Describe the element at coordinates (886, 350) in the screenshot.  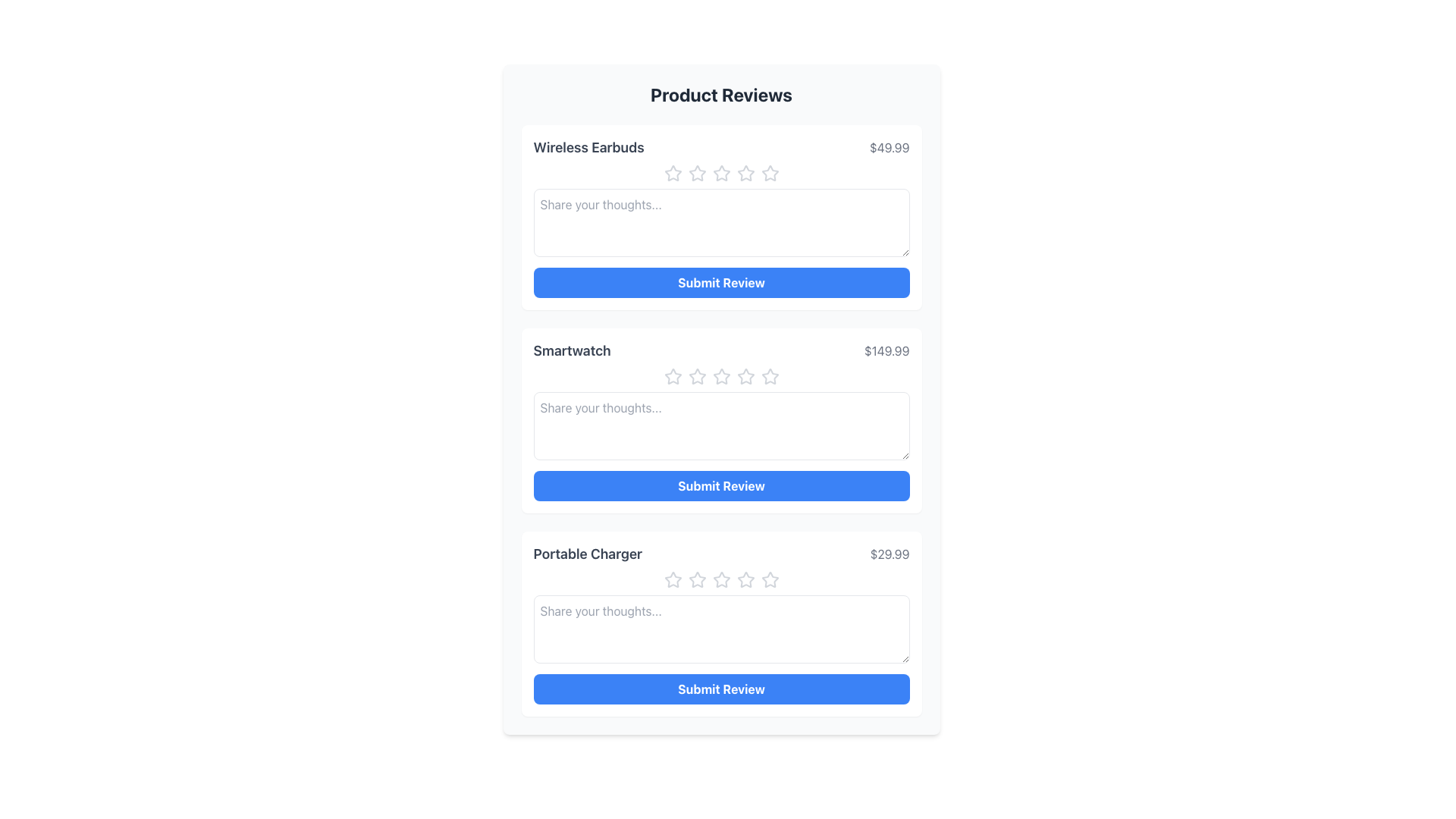
I see `the price display Text Label located in the second product review card titled 'Smartwatch', positioned to the far-right of the card, horizontally aligned with the product title and vertically centered` at that location.